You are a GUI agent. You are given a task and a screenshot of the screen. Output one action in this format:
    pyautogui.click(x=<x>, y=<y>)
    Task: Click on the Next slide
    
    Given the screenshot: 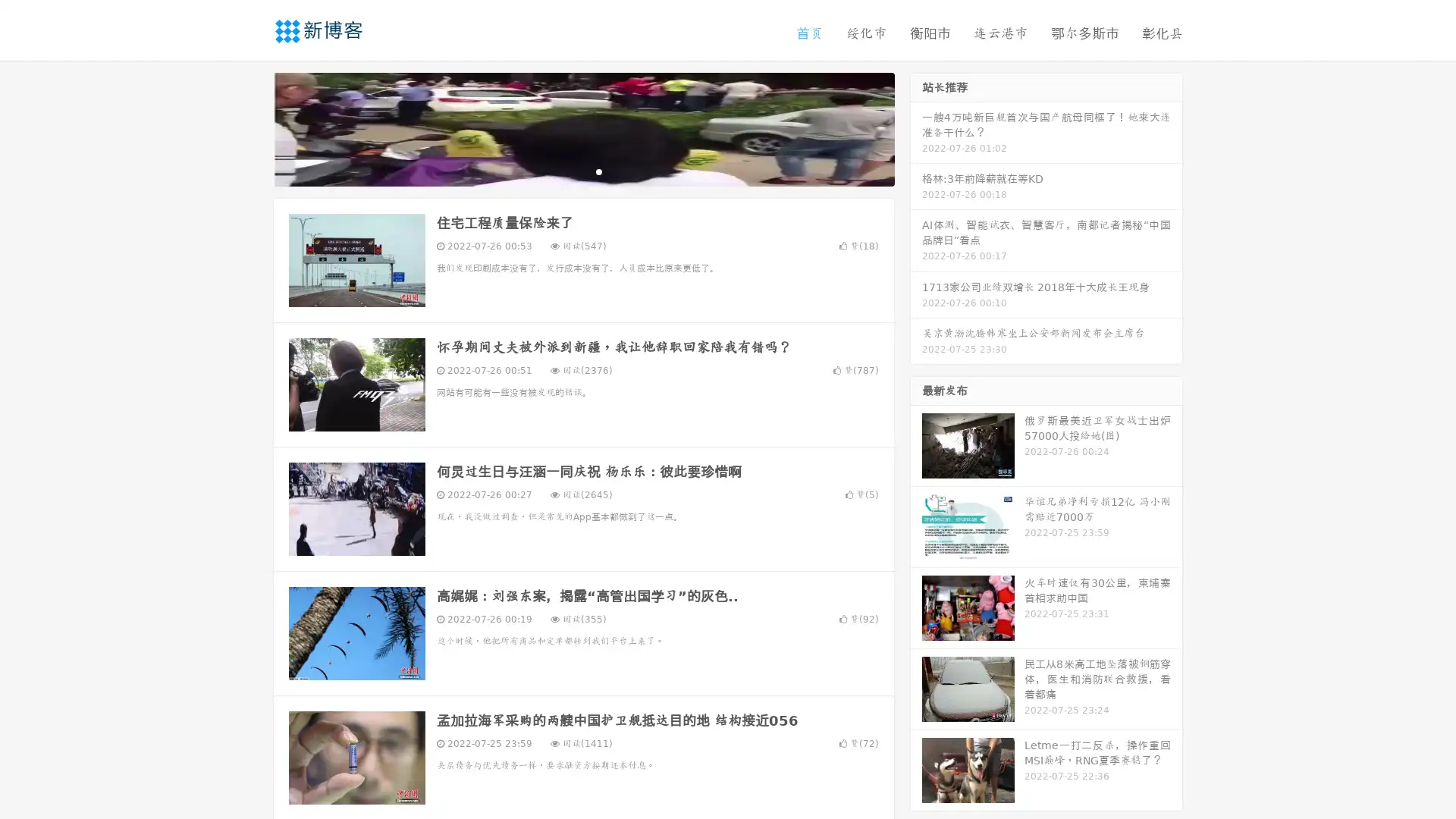 What is the action you would take?
    pyautogui.click(x=916, y=127)
    